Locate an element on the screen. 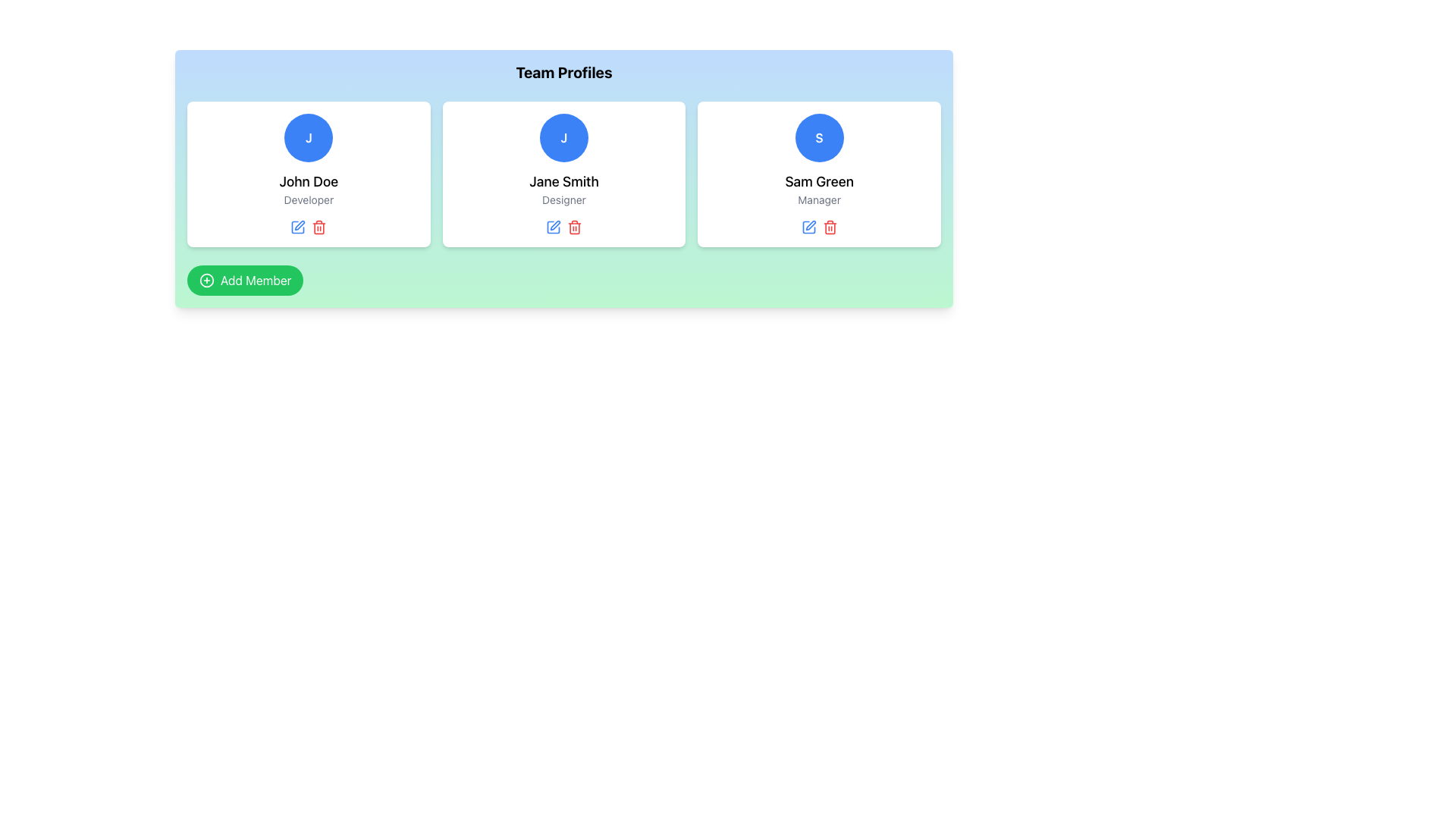 The image size is (1456, 819). the square icon button with a pen on the top-right corner, located in the second card under 'Jane Smith' in the 'Team Profiles' section is located at coordinates (552, 227).